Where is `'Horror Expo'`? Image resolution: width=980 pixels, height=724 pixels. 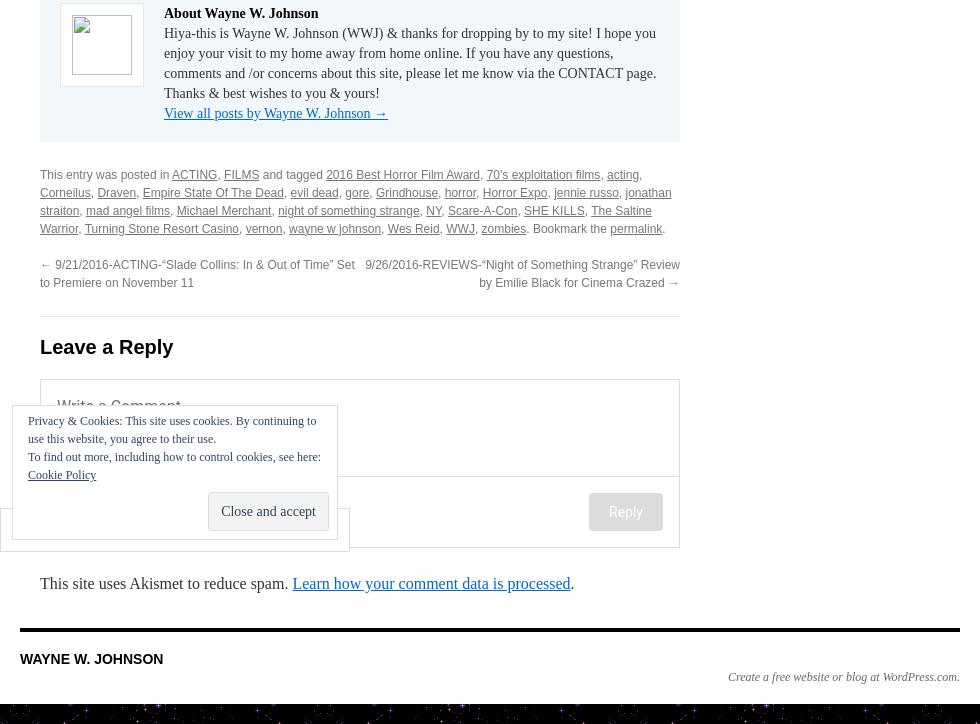 'Horror Expo' is located at coordinates (481, 192).